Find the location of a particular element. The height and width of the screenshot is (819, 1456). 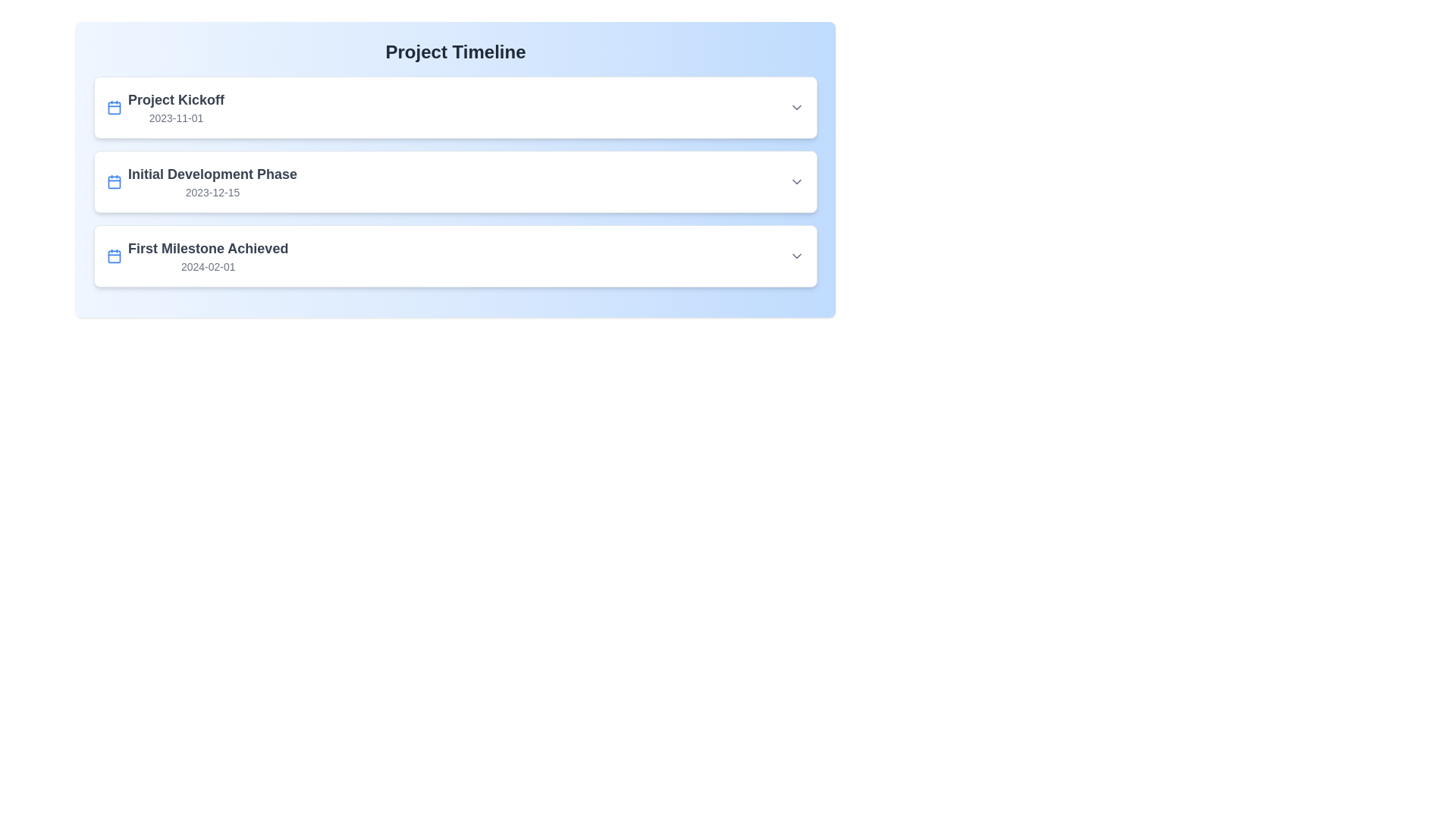

the text label reading 'First Milestone Achieved' which is displayed in bold gray font as part of the third entry in the timeline interface is located at coordinates (207, 247).